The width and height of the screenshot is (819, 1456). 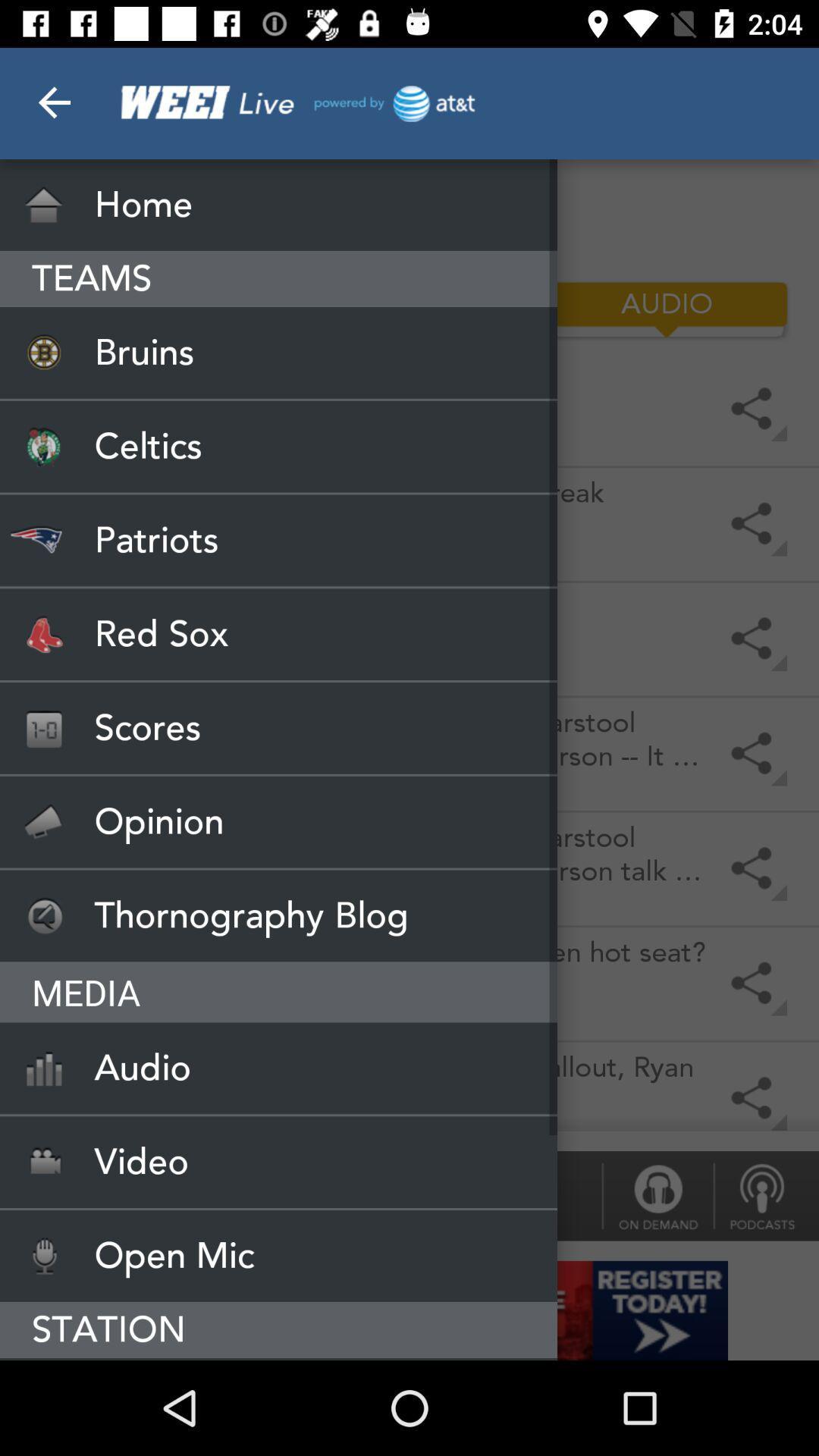 What do you see at coordinates (409, 1310) in the screenshot?
I see `banner advertisement` at bounding box center [409, 1310].